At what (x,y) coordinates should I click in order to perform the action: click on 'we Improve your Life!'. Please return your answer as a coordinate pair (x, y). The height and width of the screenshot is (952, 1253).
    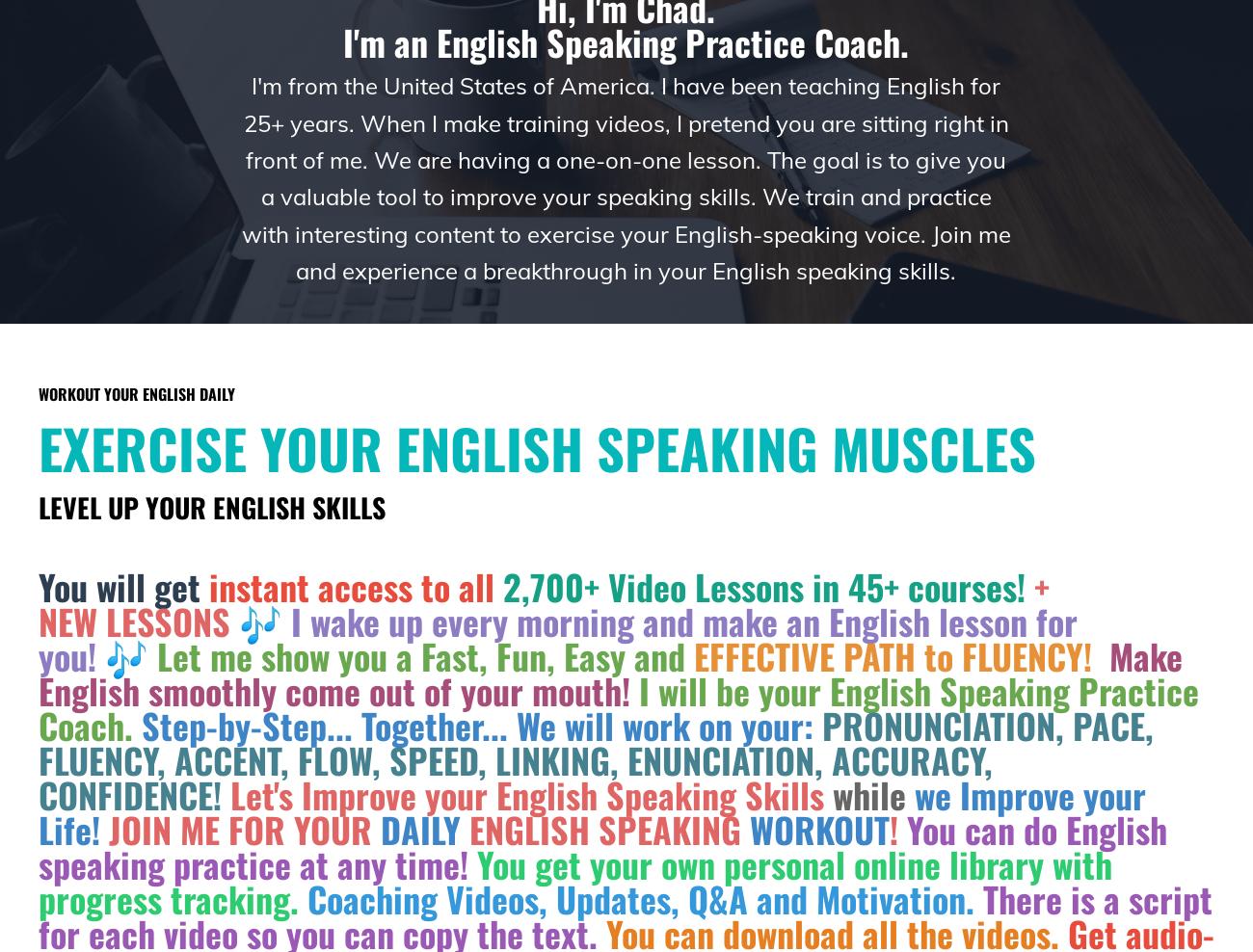
    Looking at the image, I should click on (38, 811).